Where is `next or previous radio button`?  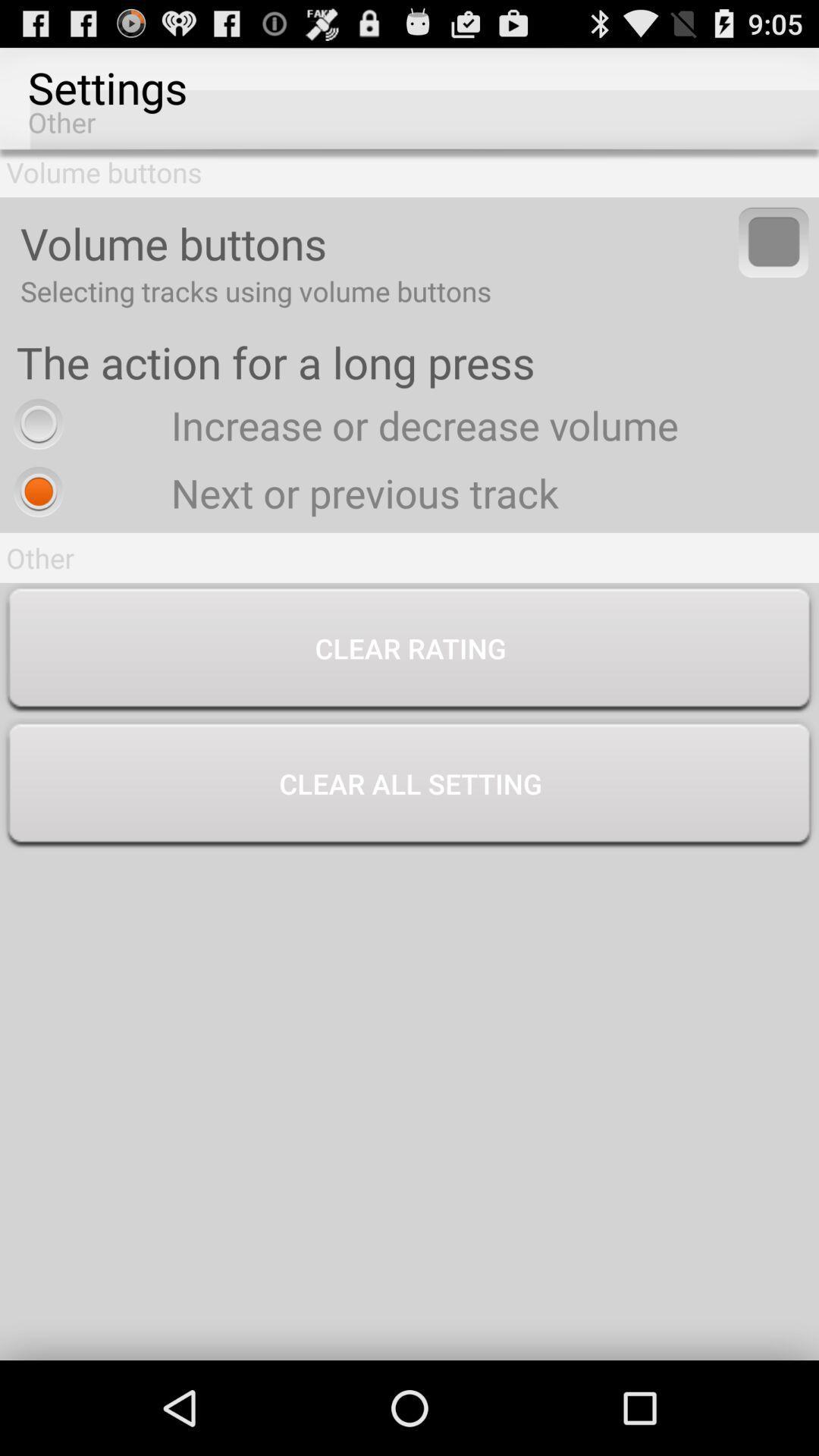
next or previous radio button is located at coordinates (282, 492).